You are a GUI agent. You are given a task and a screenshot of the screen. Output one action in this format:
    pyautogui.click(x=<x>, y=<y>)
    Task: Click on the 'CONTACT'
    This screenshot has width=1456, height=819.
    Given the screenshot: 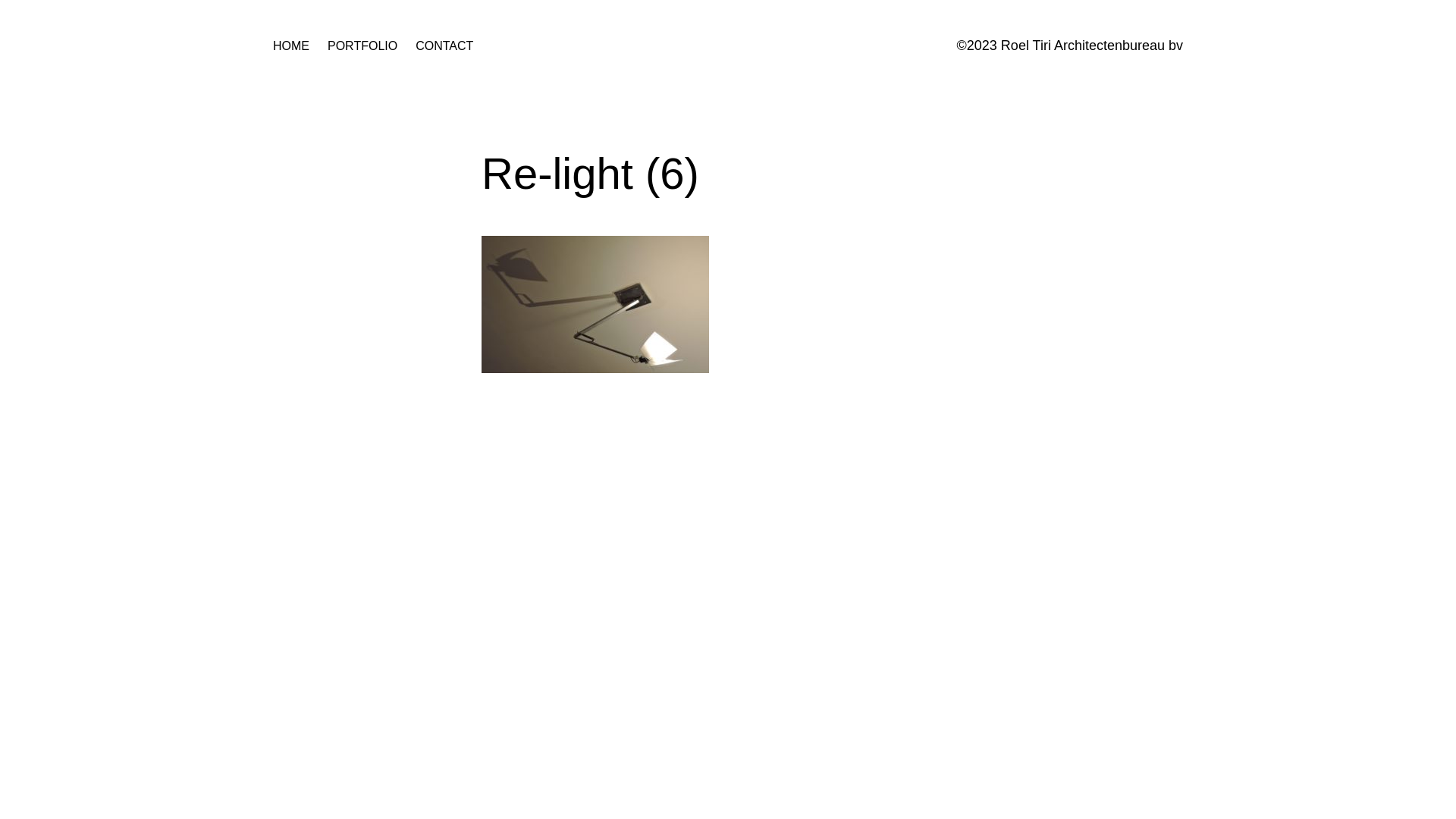 What is the action you would take?
    pyautogui.click(x=415, y=45)
    